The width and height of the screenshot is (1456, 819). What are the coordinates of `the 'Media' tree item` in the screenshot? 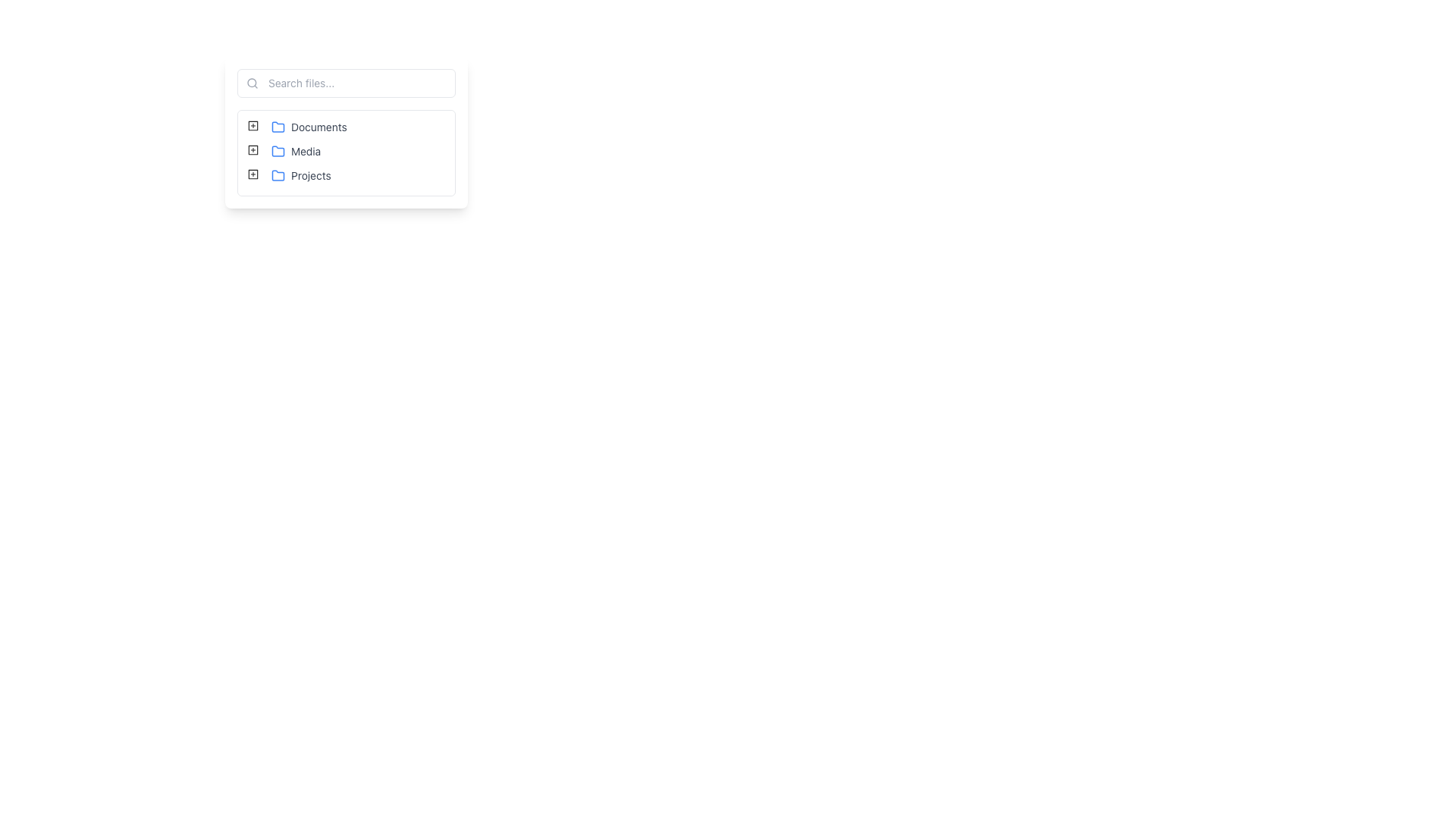 It's located at (345, 152).